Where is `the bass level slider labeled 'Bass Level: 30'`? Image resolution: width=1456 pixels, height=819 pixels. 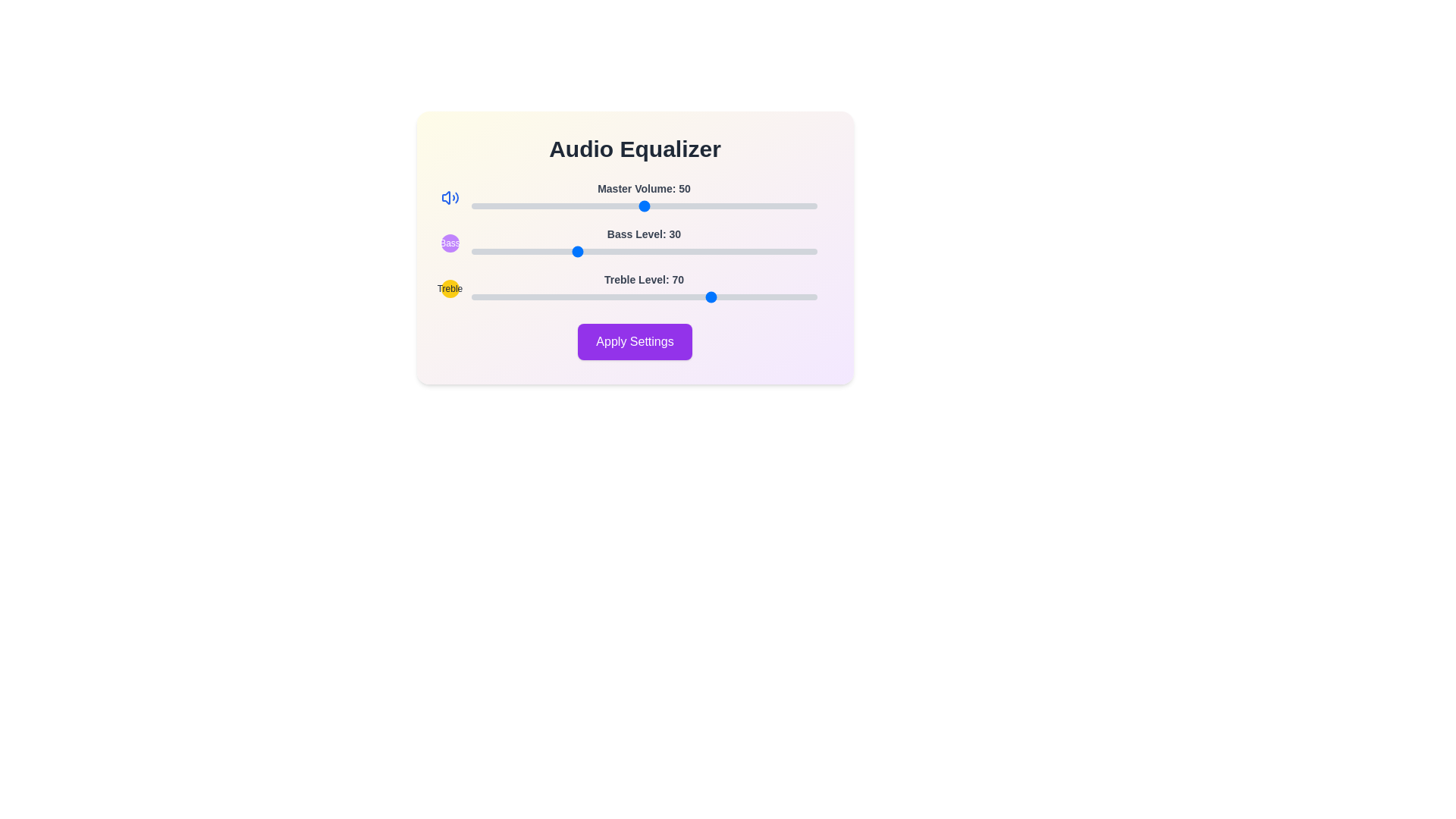
the bass level slider labeled 'Bass Level: 30' is located at coordinates (644, 242).